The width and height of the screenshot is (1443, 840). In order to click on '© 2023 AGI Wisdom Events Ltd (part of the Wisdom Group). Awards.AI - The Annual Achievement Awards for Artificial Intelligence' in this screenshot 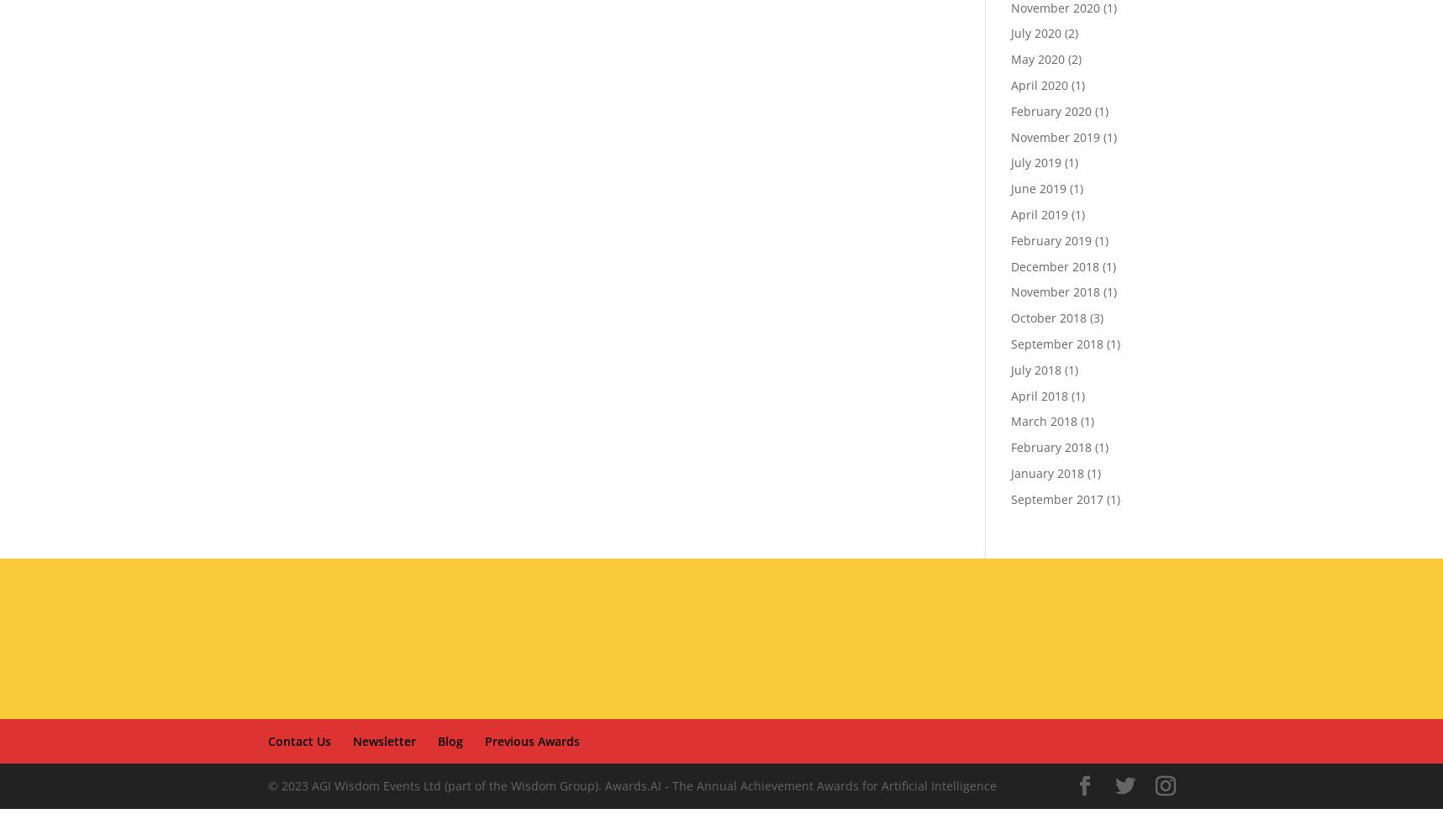, I will do `click(631, 785)`.